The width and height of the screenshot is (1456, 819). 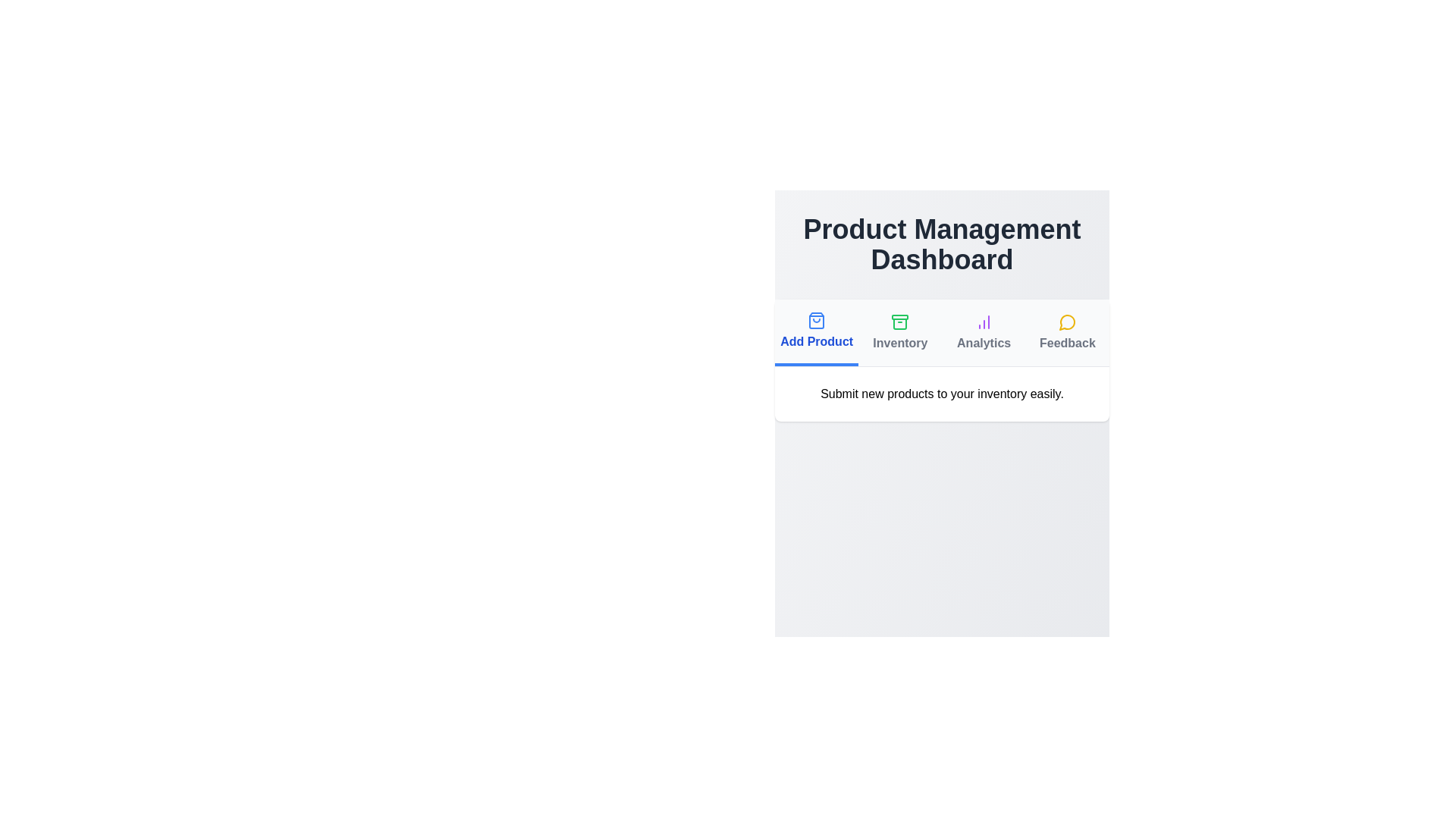 I want to click on the inventory/storage icon, which is the second icon, so click(x=900, y=323).